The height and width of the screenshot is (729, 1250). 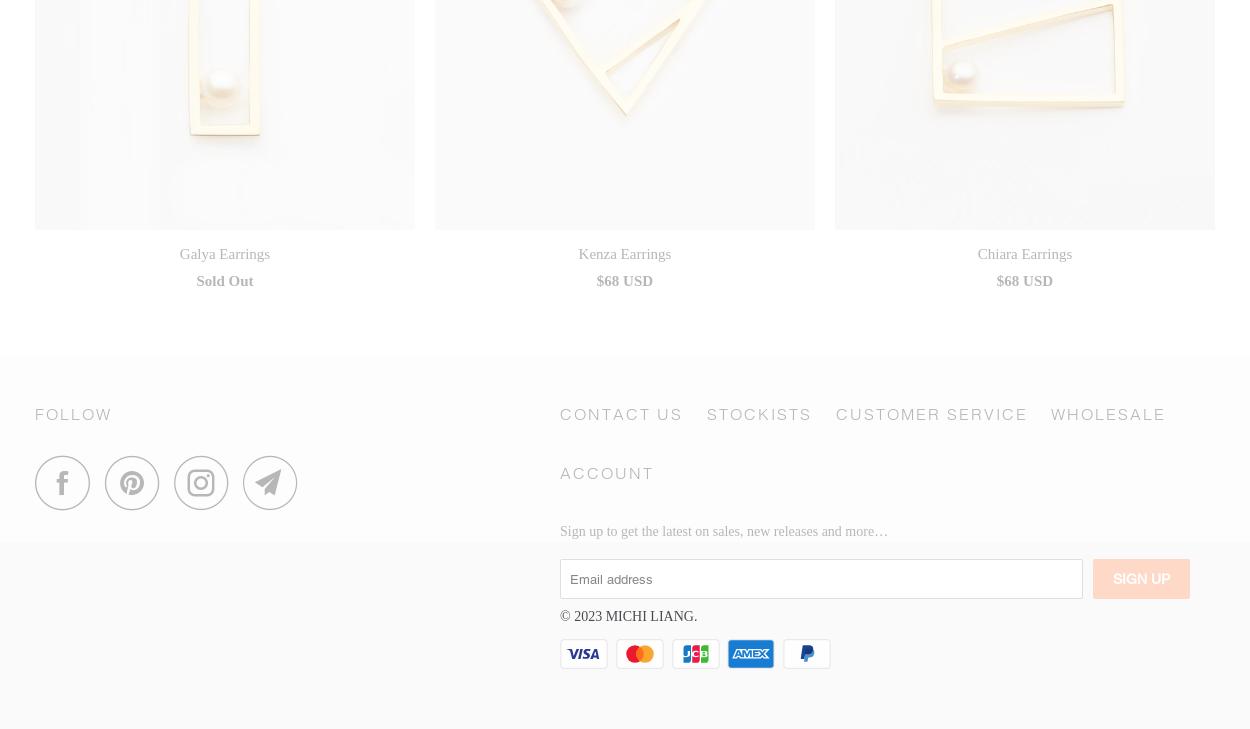 What do you see at coordinates (560, 413) in the screenshot?
I see `'Contact Us'` at bounding box center [560, 413].